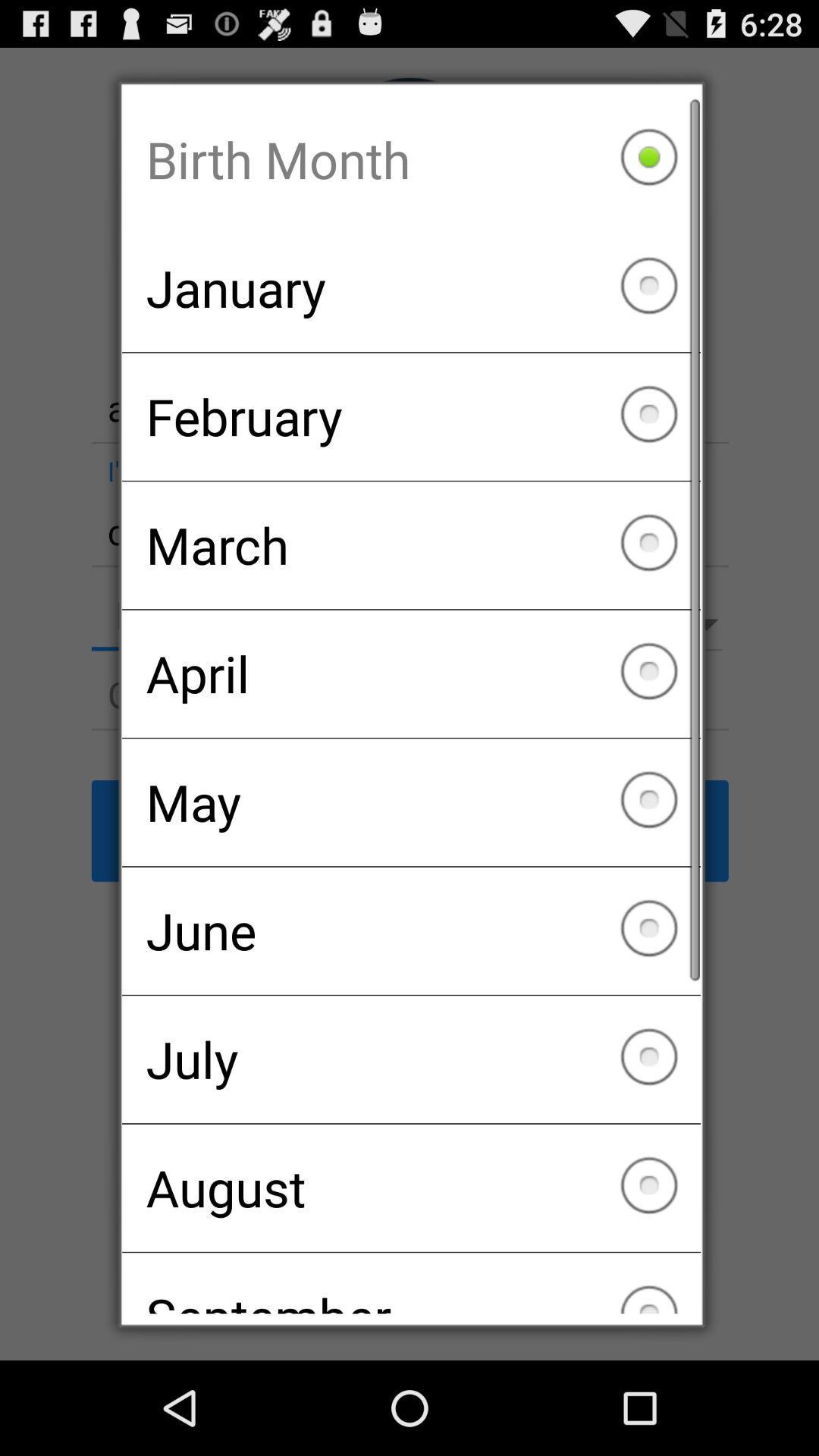  I want to click on may, so click(411, 802).